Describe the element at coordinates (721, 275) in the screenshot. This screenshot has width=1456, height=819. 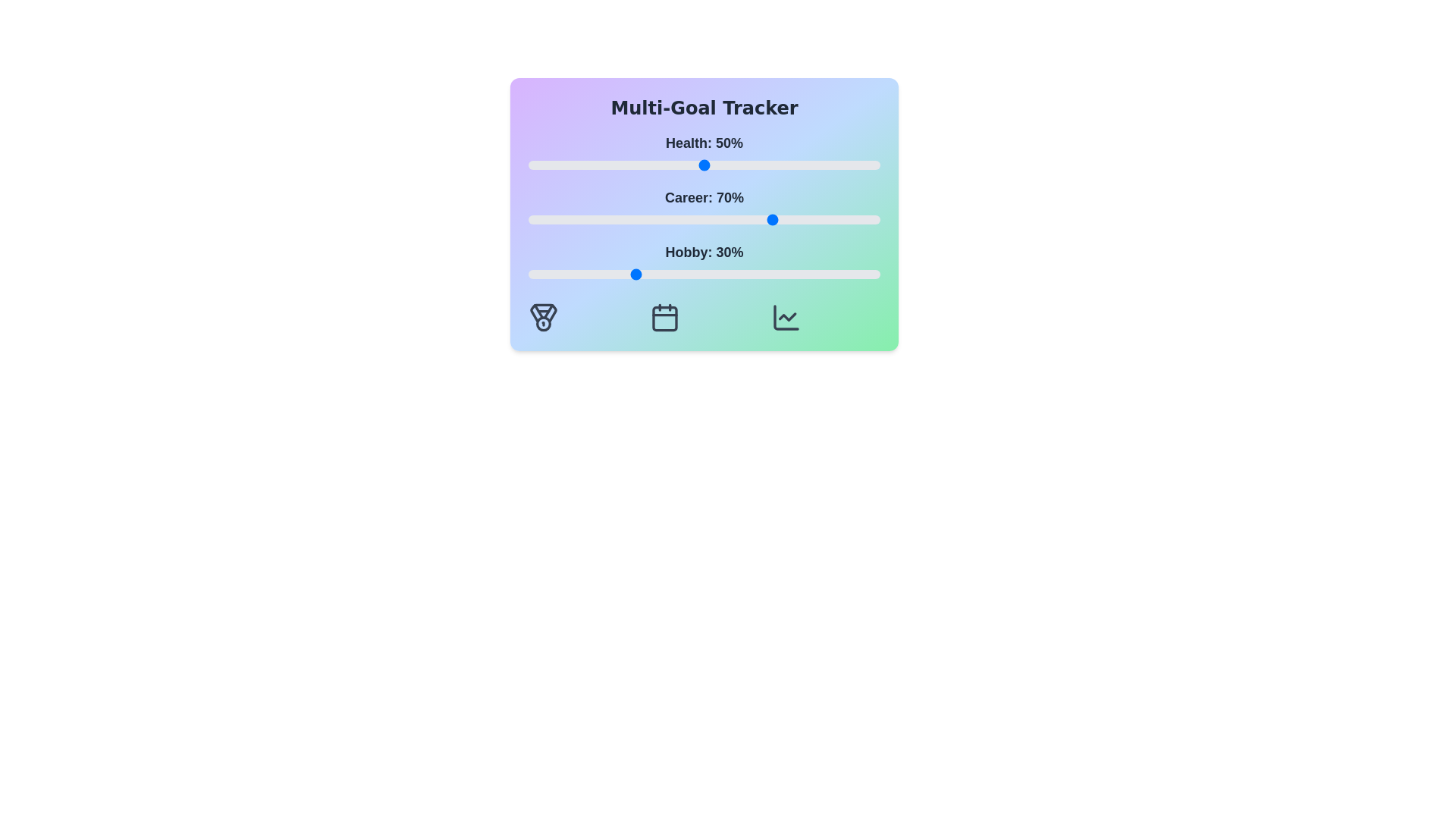
I see `the 'Hobby' slider to 55%` at that location.